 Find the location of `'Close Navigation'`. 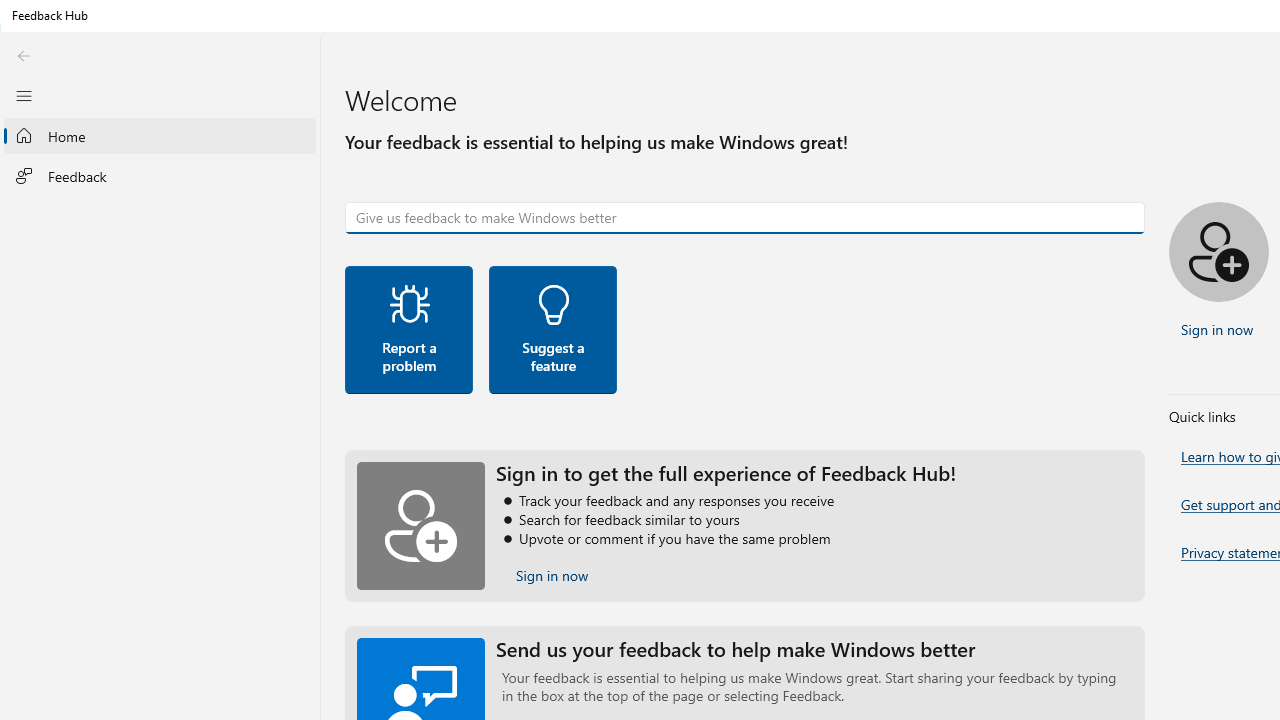

'Close Navigation' is located at coordinates (23, 95).